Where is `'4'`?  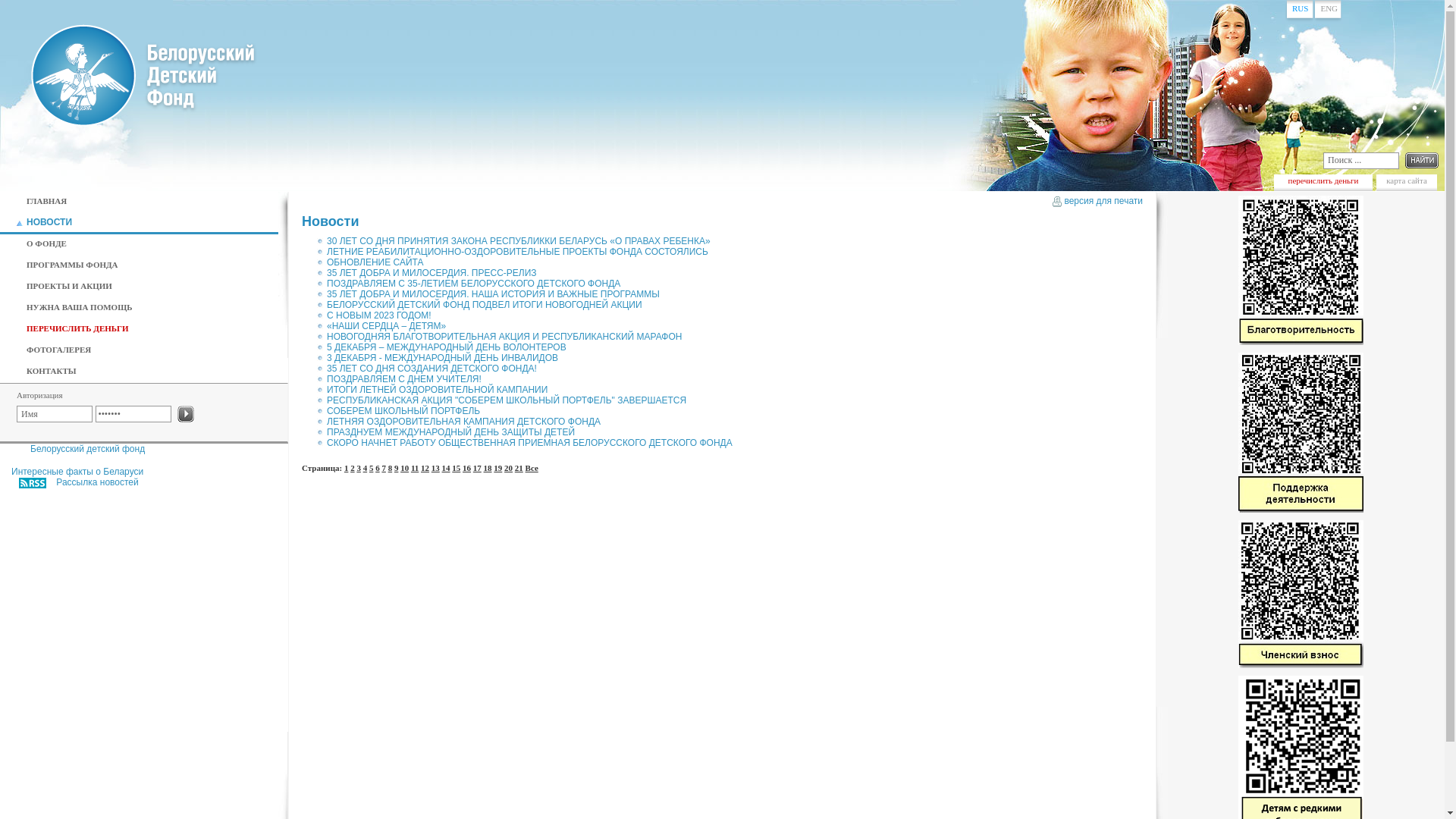
'4' is located at coordinates (365, 463).